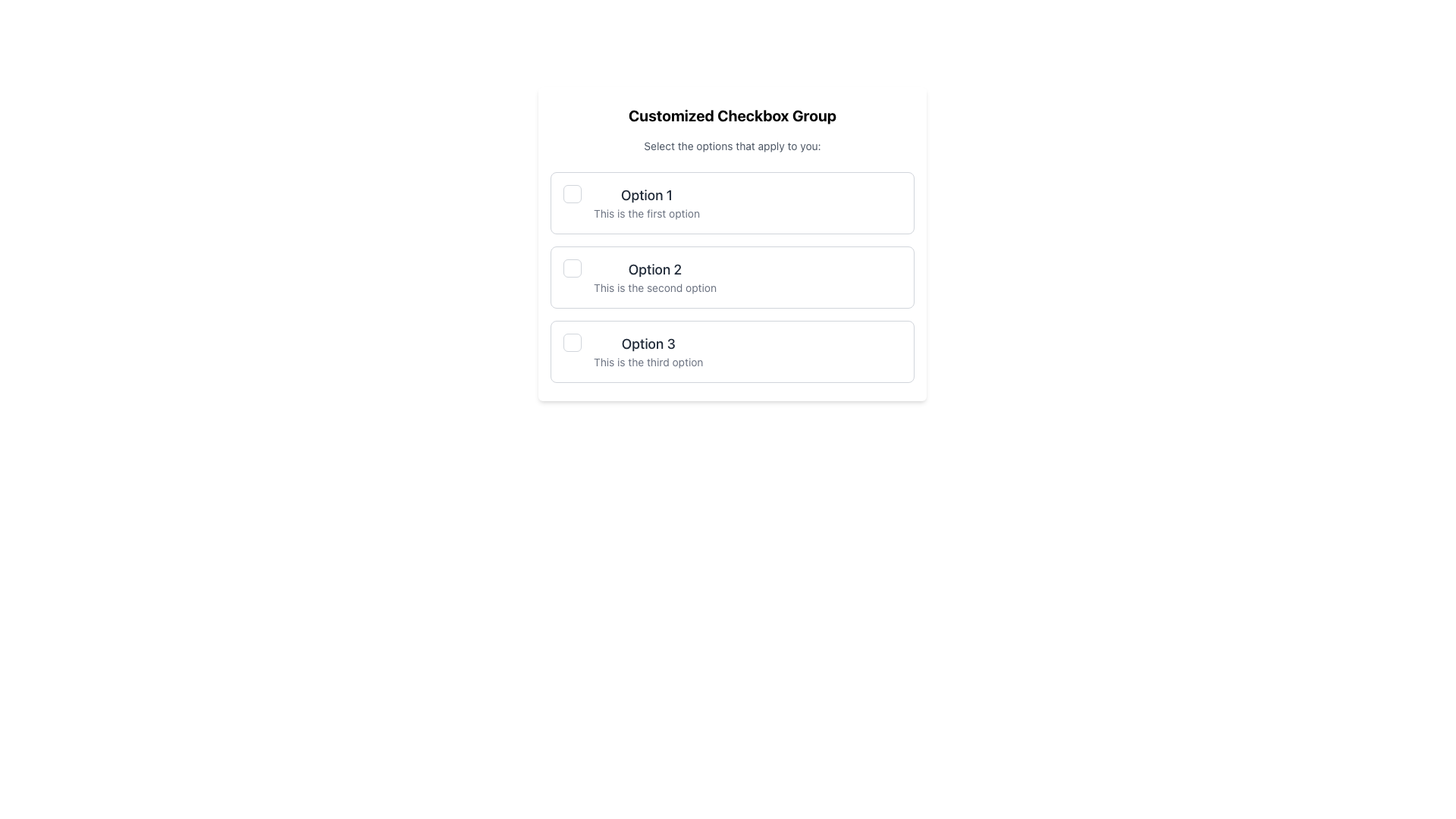  Describe the element at coordinates (732, 278) in the screenshot. I see `the checkbox of the second entry in the 'Customized Checkbox Group'` at that location.